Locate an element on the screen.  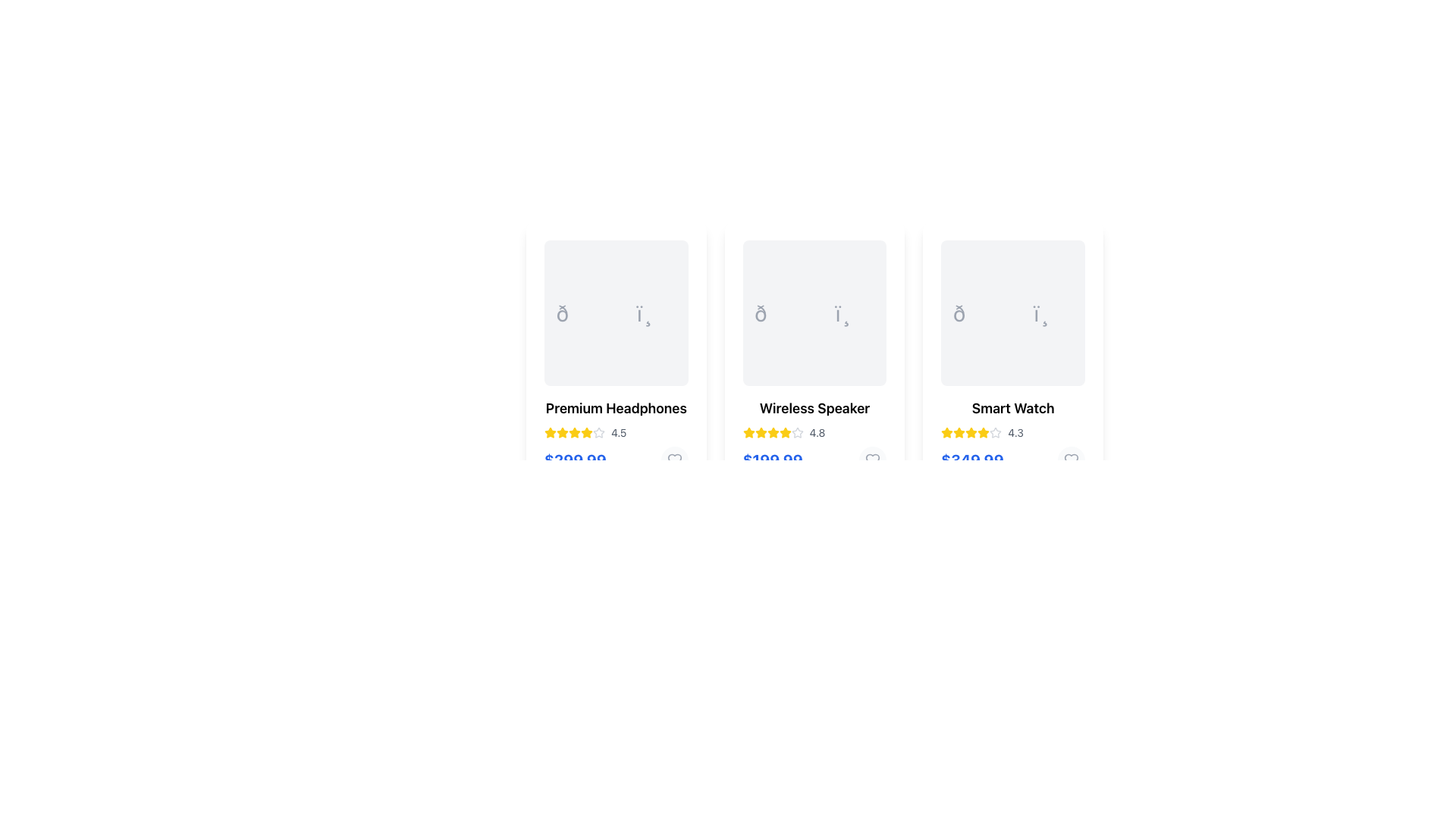
the gray star-shaped icon representing the product rating for the 'Wireless Speaker' to interact with it is located at coordinates (796, 432).